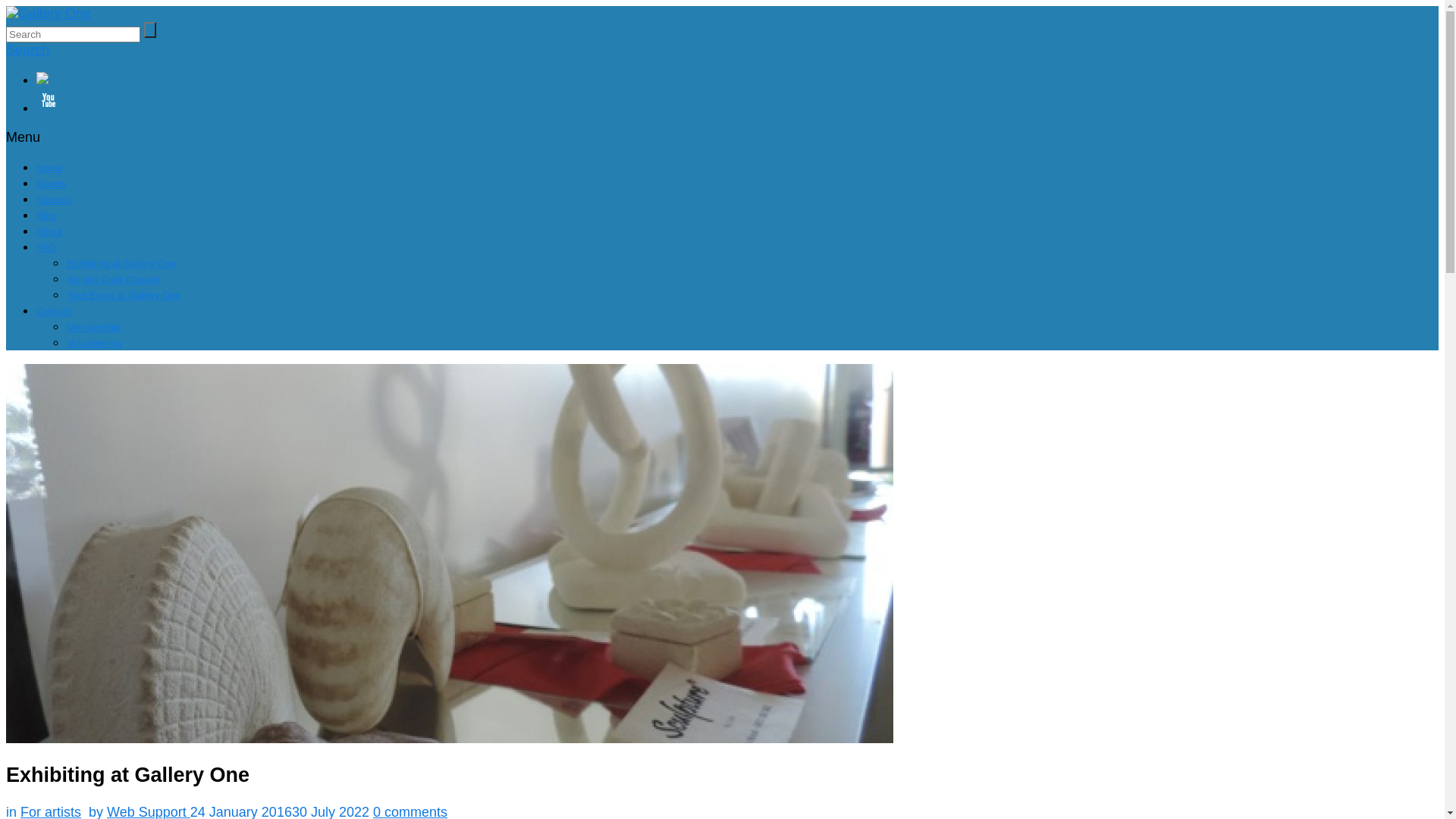 The width and height of the screenshot is (1456, 819). I want to click on 'Contact', so click(53, 310).